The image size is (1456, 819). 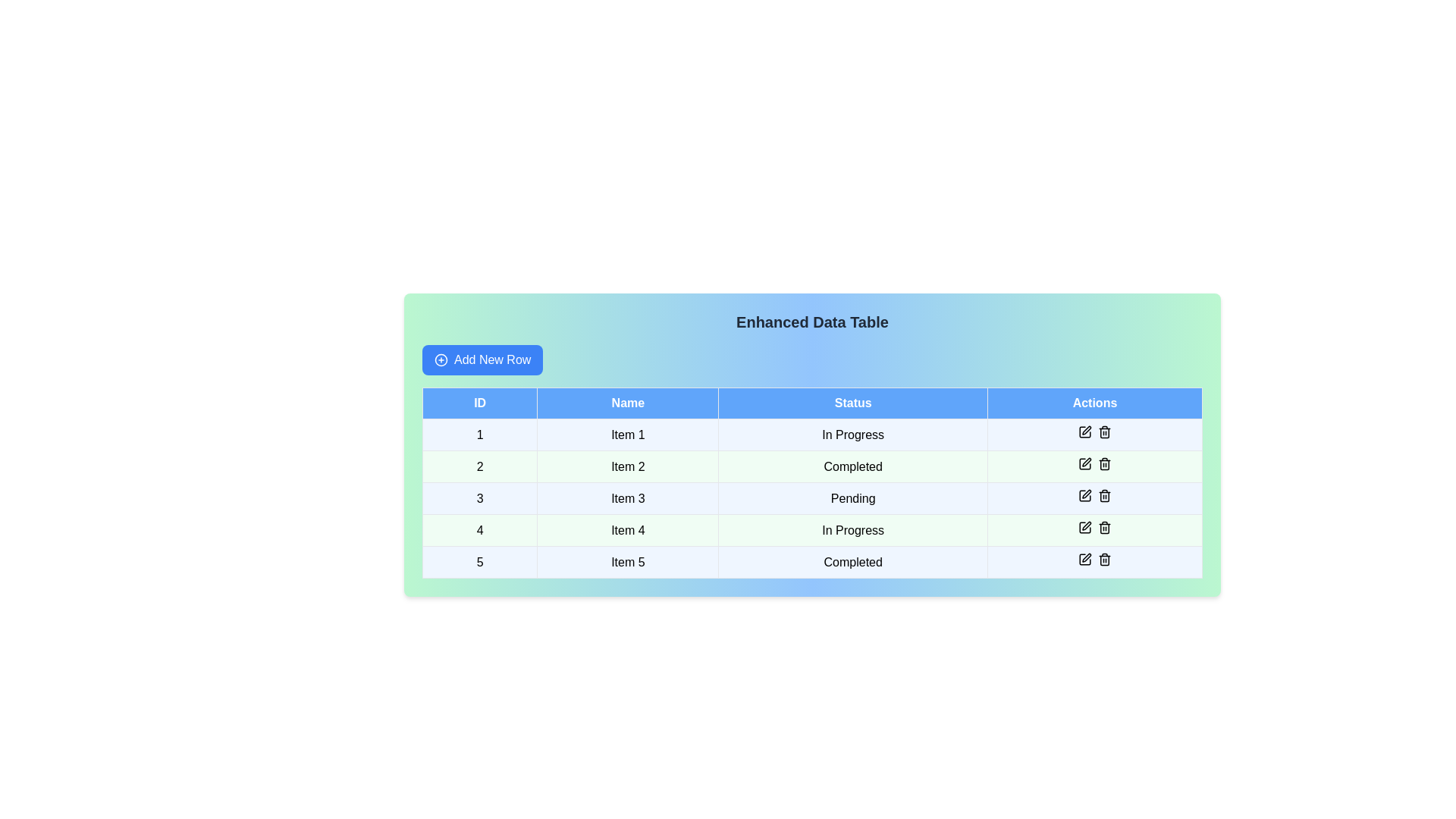 I want to click on the trash bin icon, which is a black minimalist design located in the 'Actions' column of the fourth row of the data table, so click(x=1104, y=463).